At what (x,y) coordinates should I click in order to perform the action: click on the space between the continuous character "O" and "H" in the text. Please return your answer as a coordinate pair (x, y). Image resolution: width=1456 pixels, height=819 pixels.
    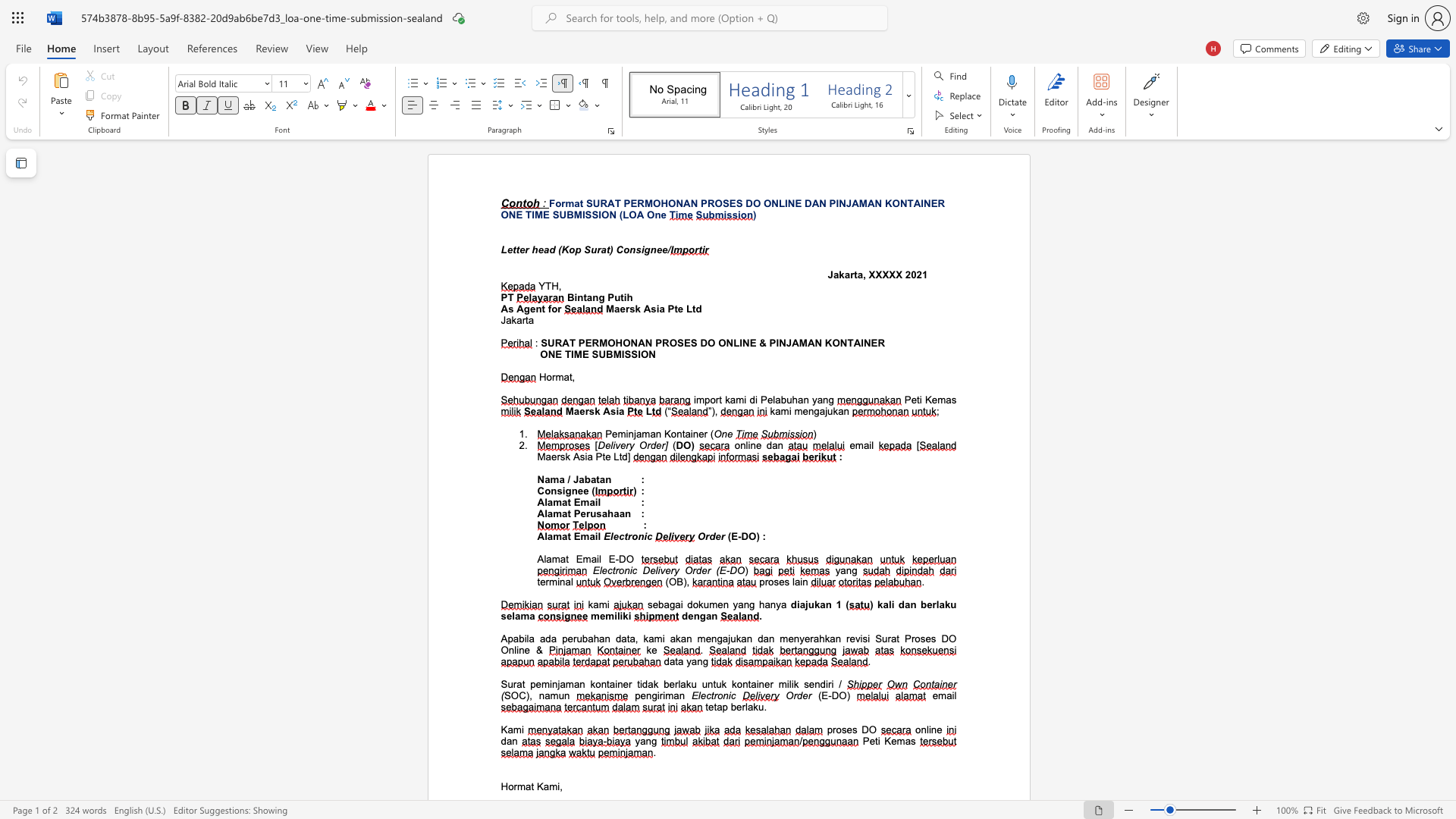
    Looking at the image, I should click on (661, 202).